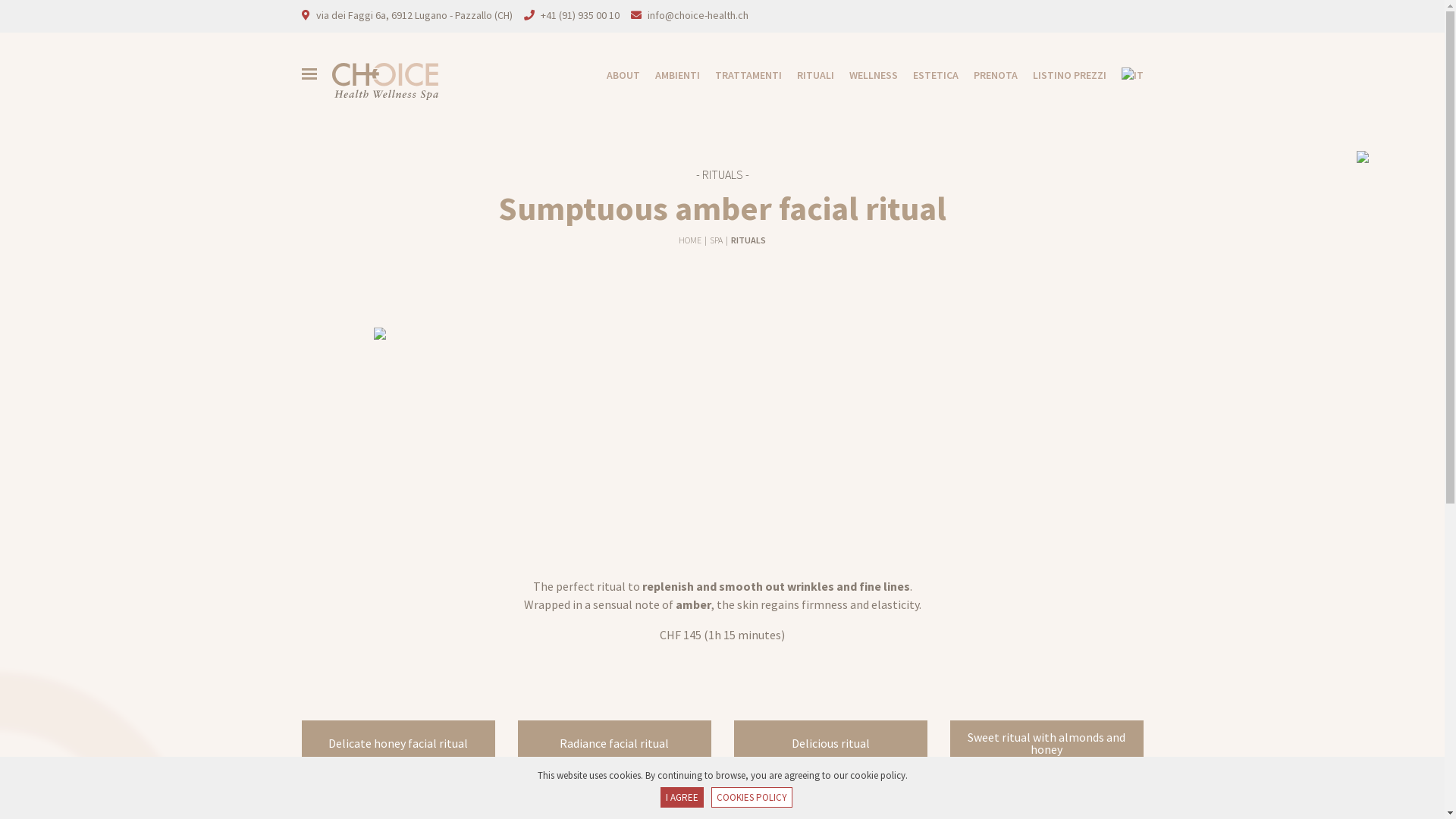 The width and height of the screenshot is (1456, 819). What do you see at coordinates (748, 239) in the screenshot?
I see `'RITUALS'` at bounding box center [748, 239].